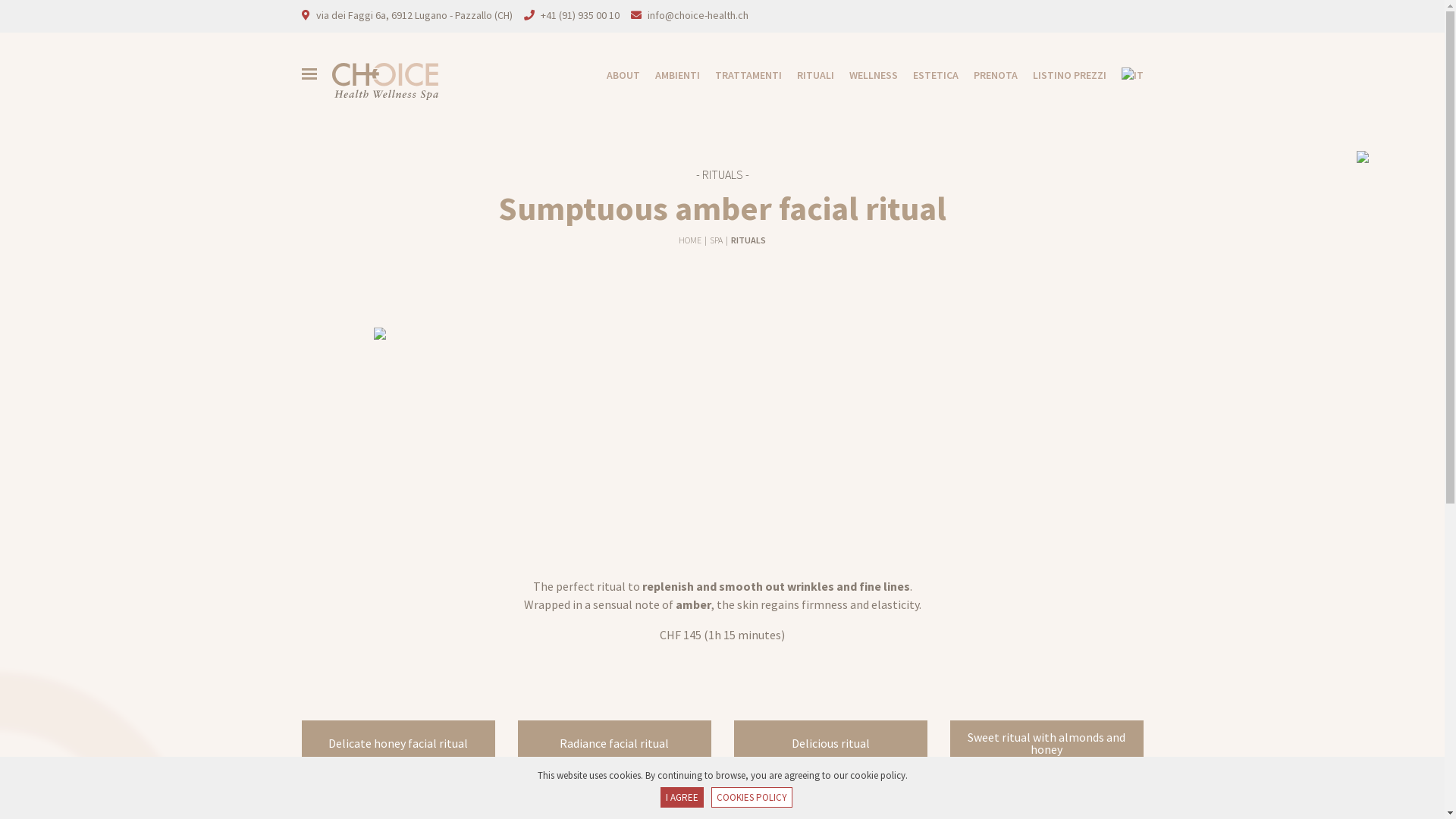 The width and height of the screenshot is (1456, 819). What do you see at coordinates (748, 239) in the screenshot?
I see `'RITUALS'` at bounding box center [748, 239].